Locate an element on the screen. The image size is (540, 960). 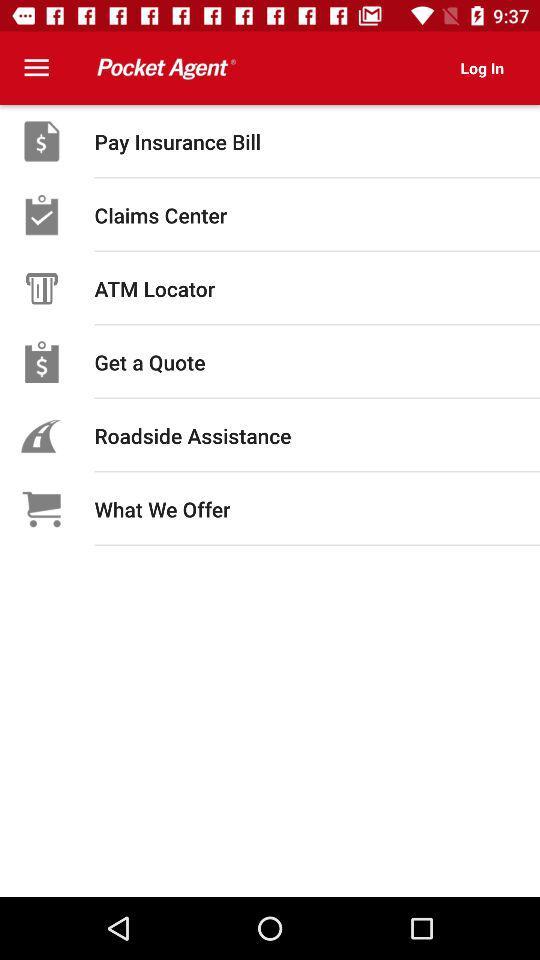
icon at the top right corner is located at coordinates (481, 68).